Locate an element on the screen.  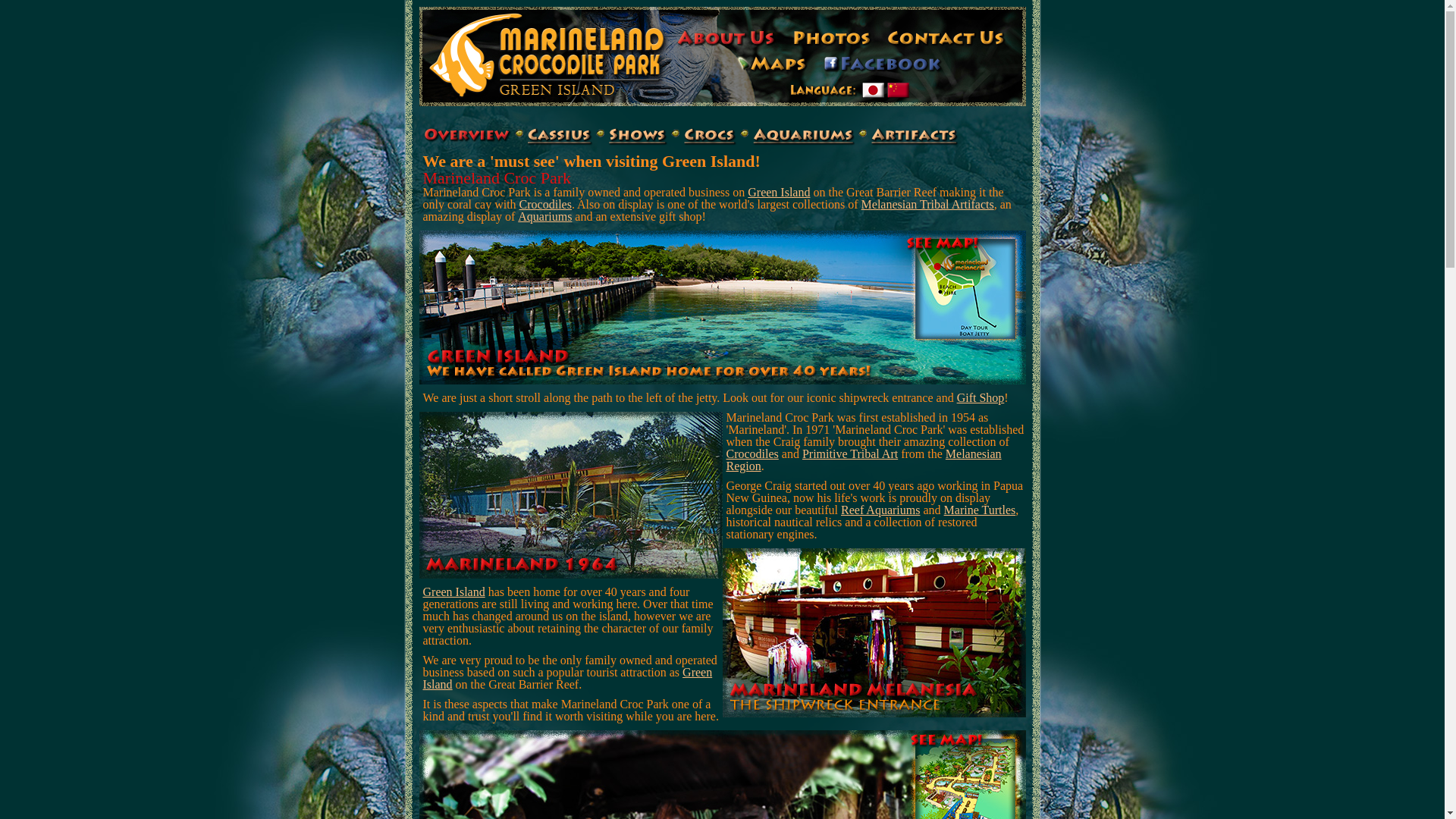
'Crocodiles' is located at coordinates (545, 203).